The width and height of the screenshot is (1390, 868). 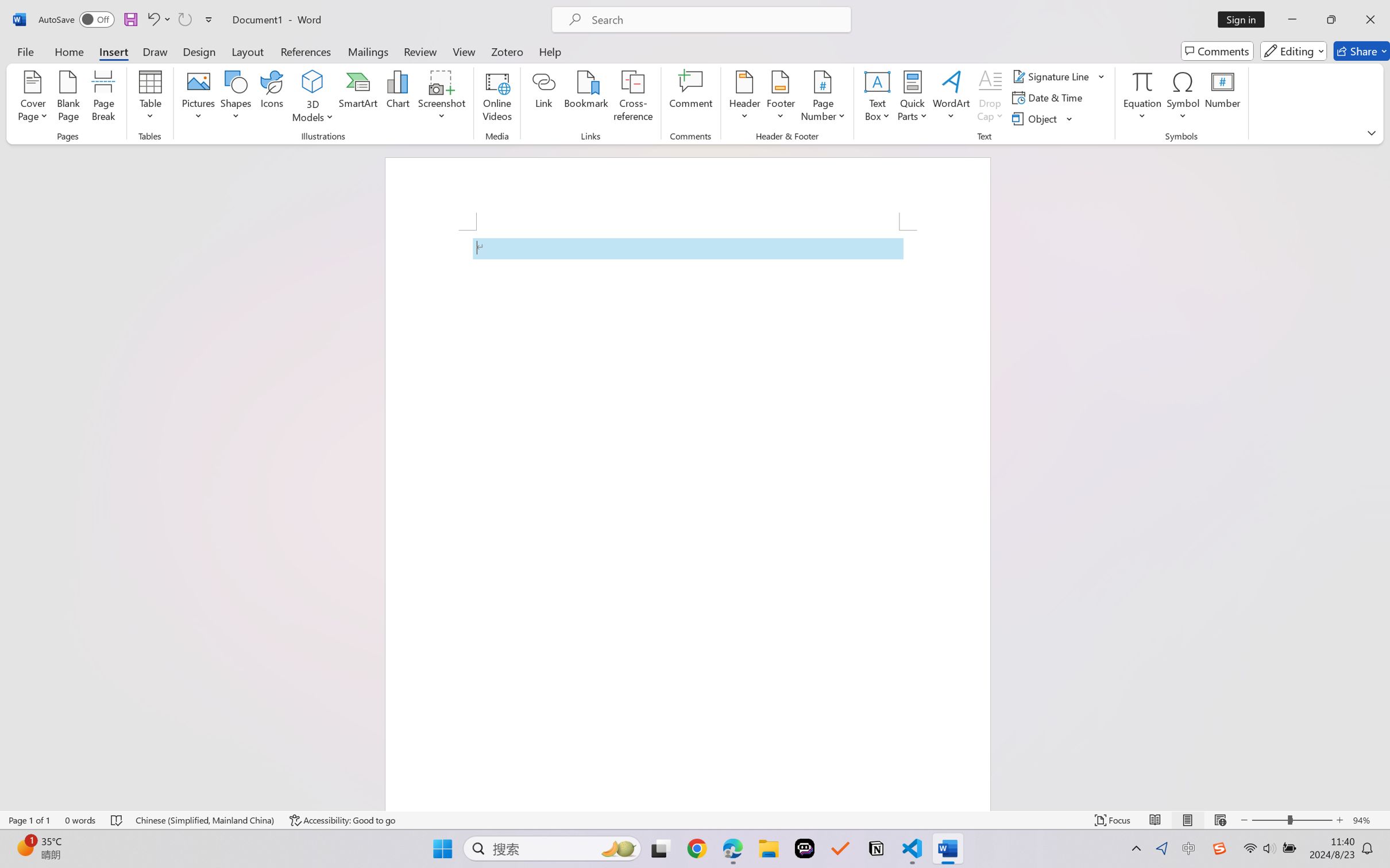 What do you see at coordinates (1036, 119) in the screenshot?
I see `'Object...'` at bounding box center [1036, 119].